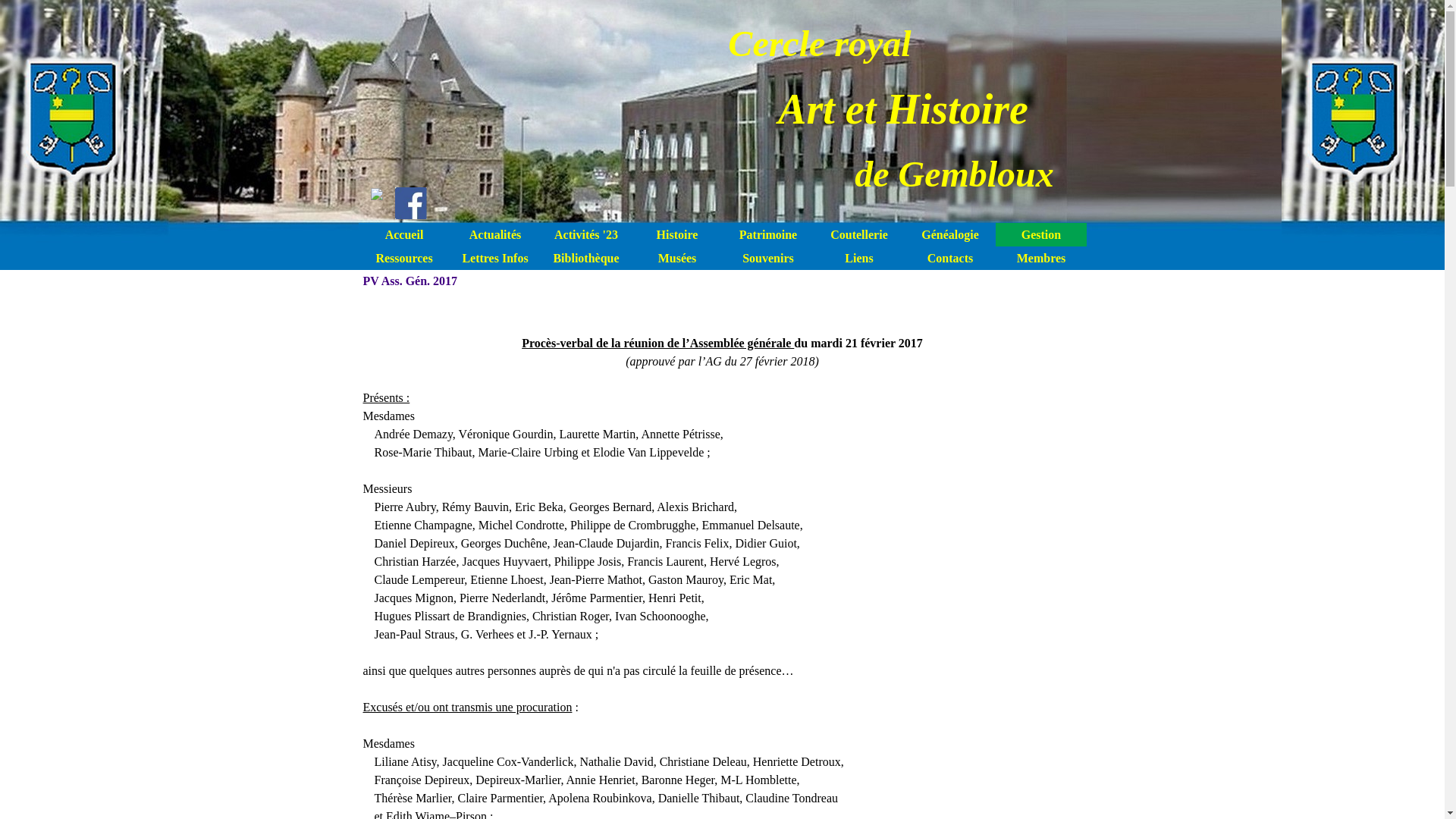 Image resolution: width=1456 pixels, height=819 pixels. Describe the element at coordinates (1040, 257) in the screenshot. I see `'Membres'` at that location.